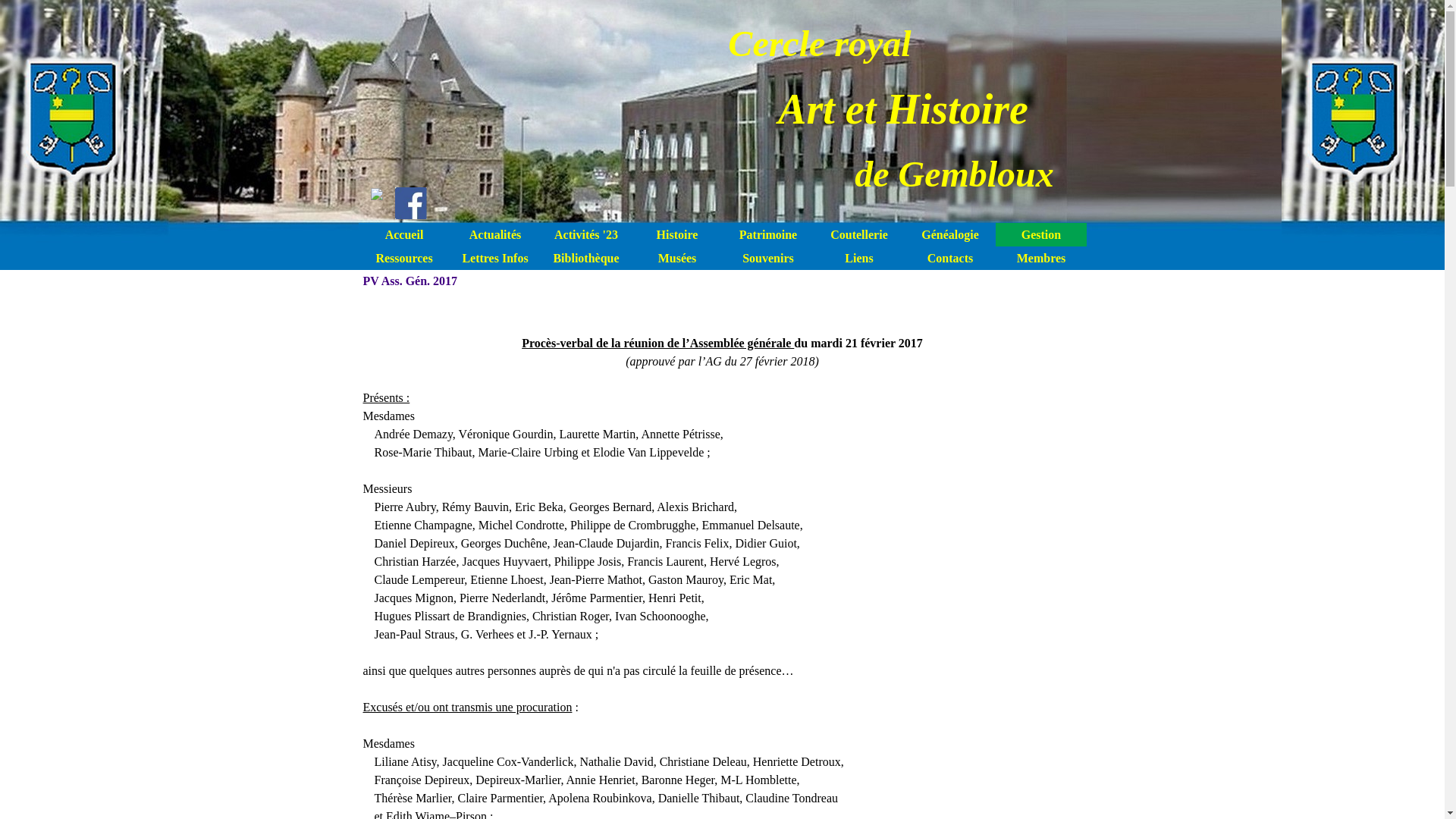 Image resolution: width=1456 pixels, height=819 pixels. Describe the element at coordinates (1040, 257) in the screenshot. I see `'Membres'` at that location.